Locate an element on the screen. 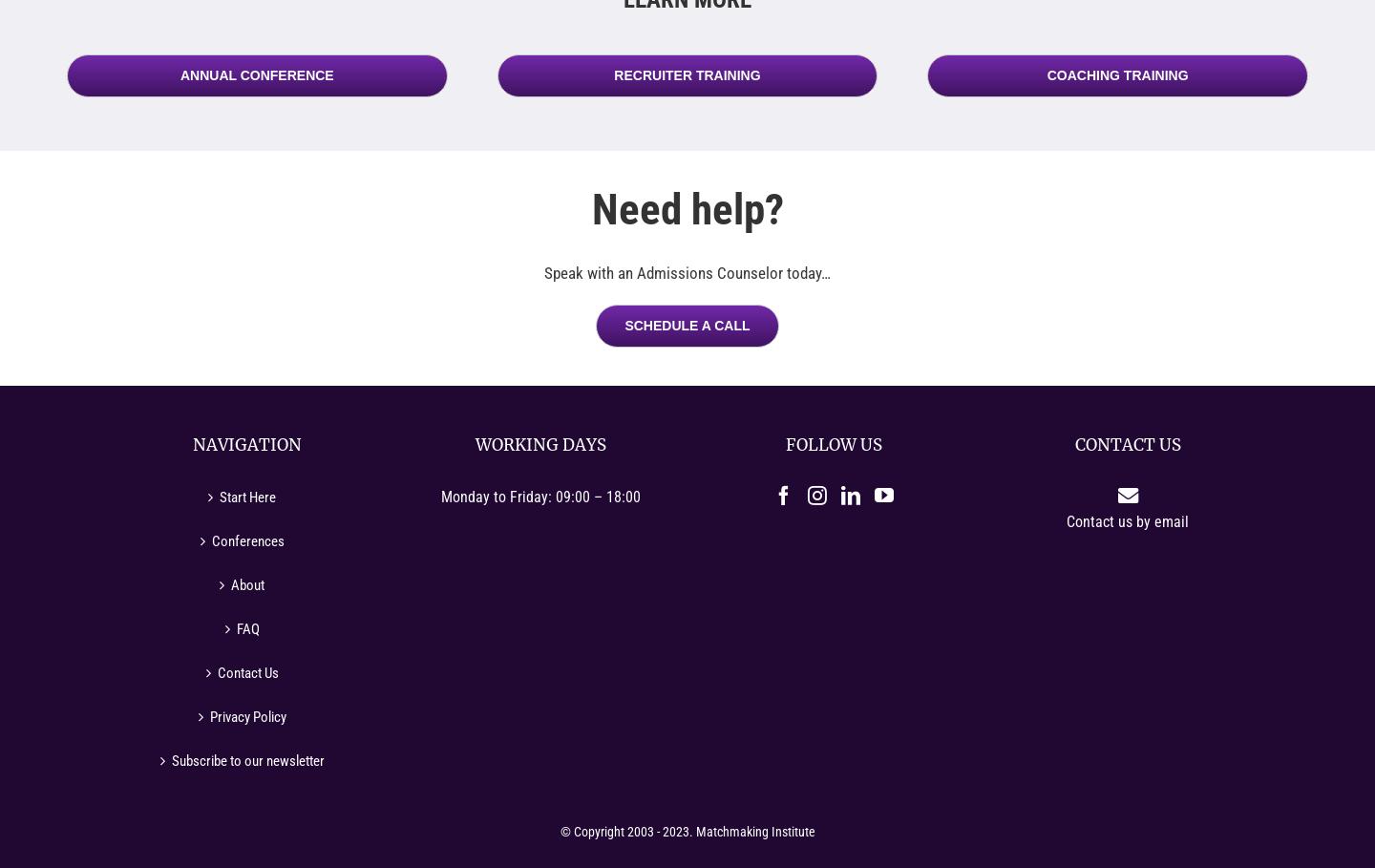 The image size is (1375, 868). '© Copyright 2003 -' is located at coordinates (609, 830).